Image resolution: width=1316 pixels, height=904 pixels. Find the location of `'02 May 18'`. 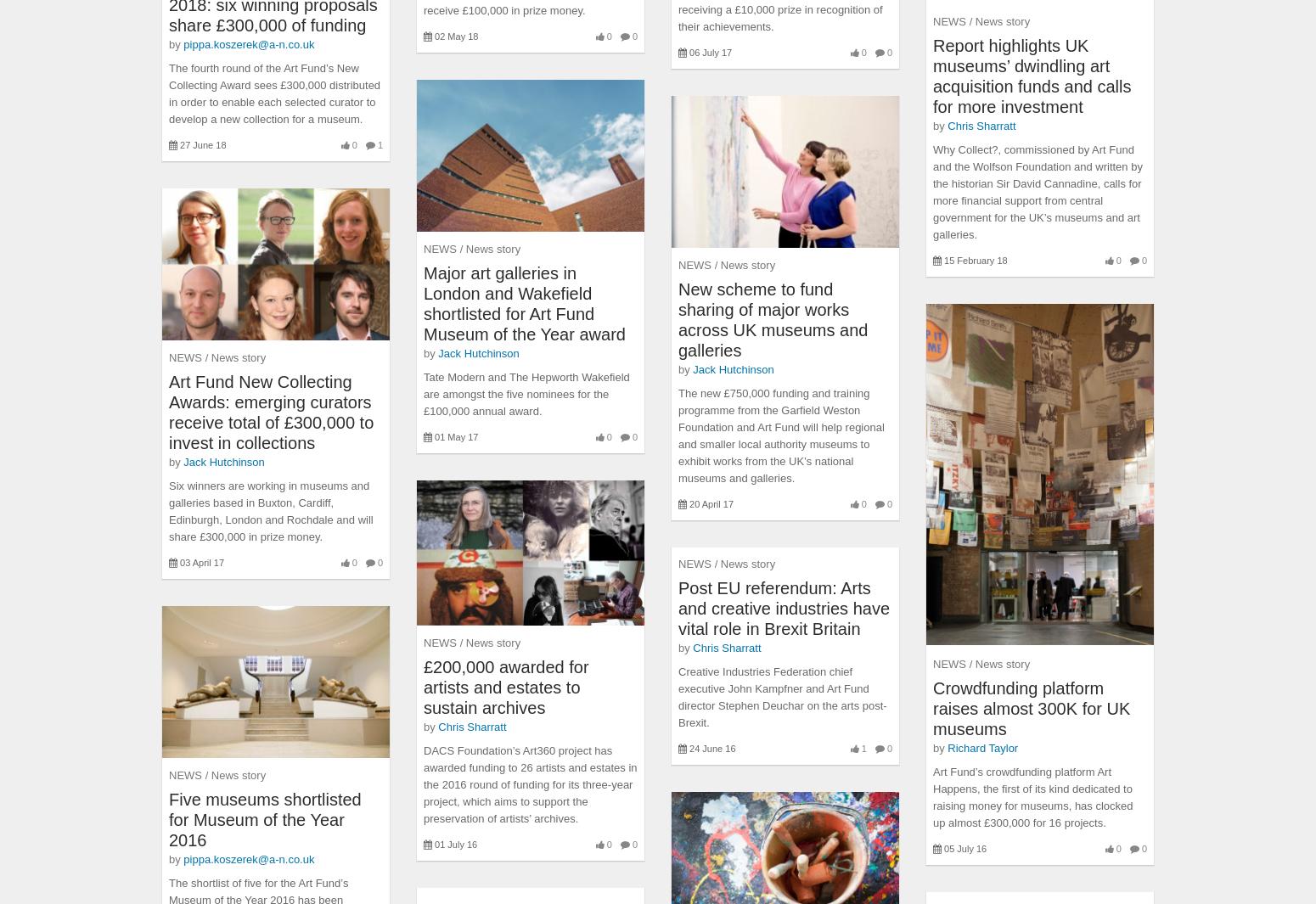

'02 May 18' is located at coordinates (433, 36).